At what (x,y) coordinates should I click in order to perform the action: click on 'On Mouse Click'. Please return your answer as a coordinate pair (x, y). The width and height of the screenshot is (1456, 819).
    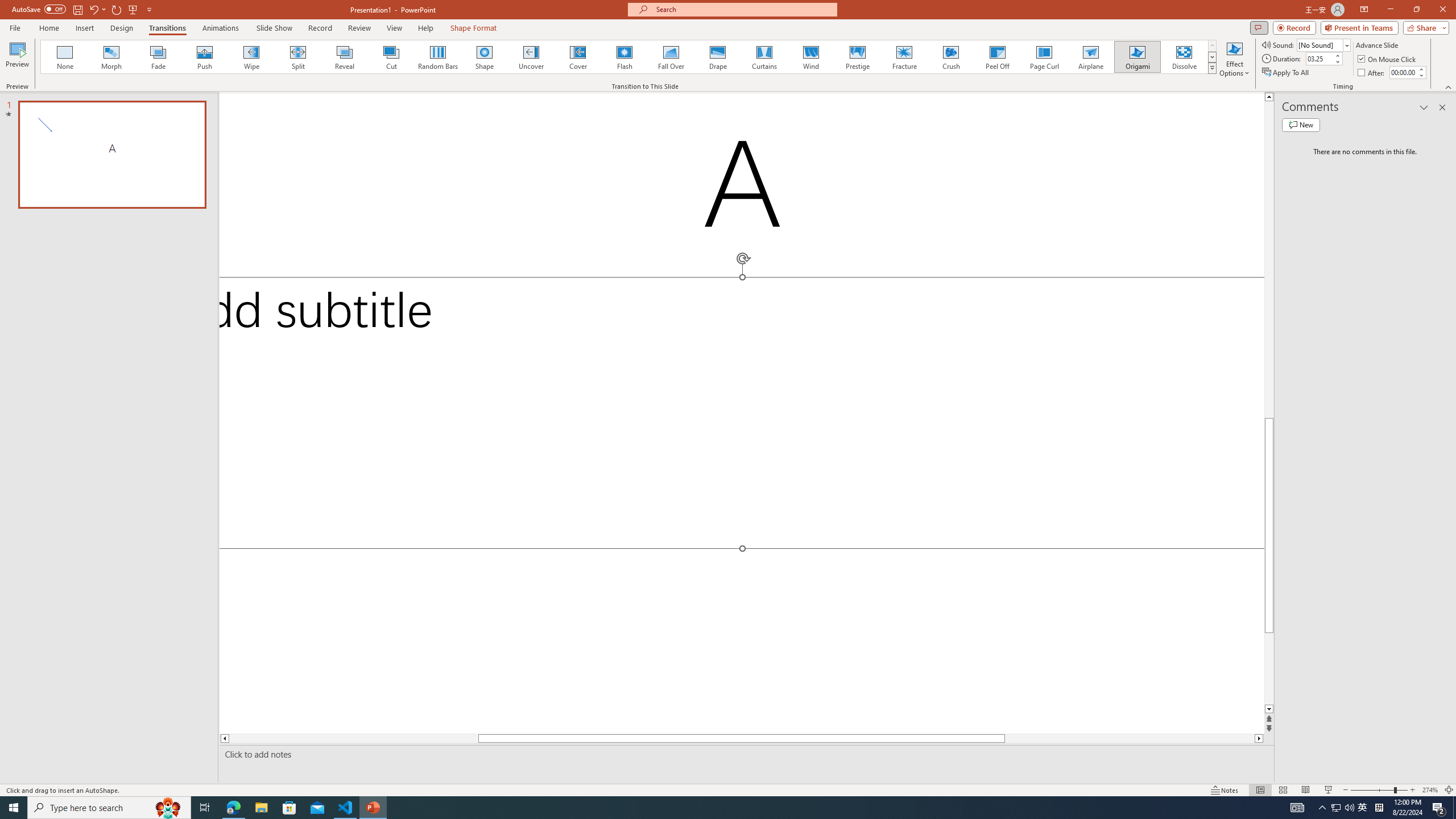
    Looking at the image, I should click on (1387, 59).